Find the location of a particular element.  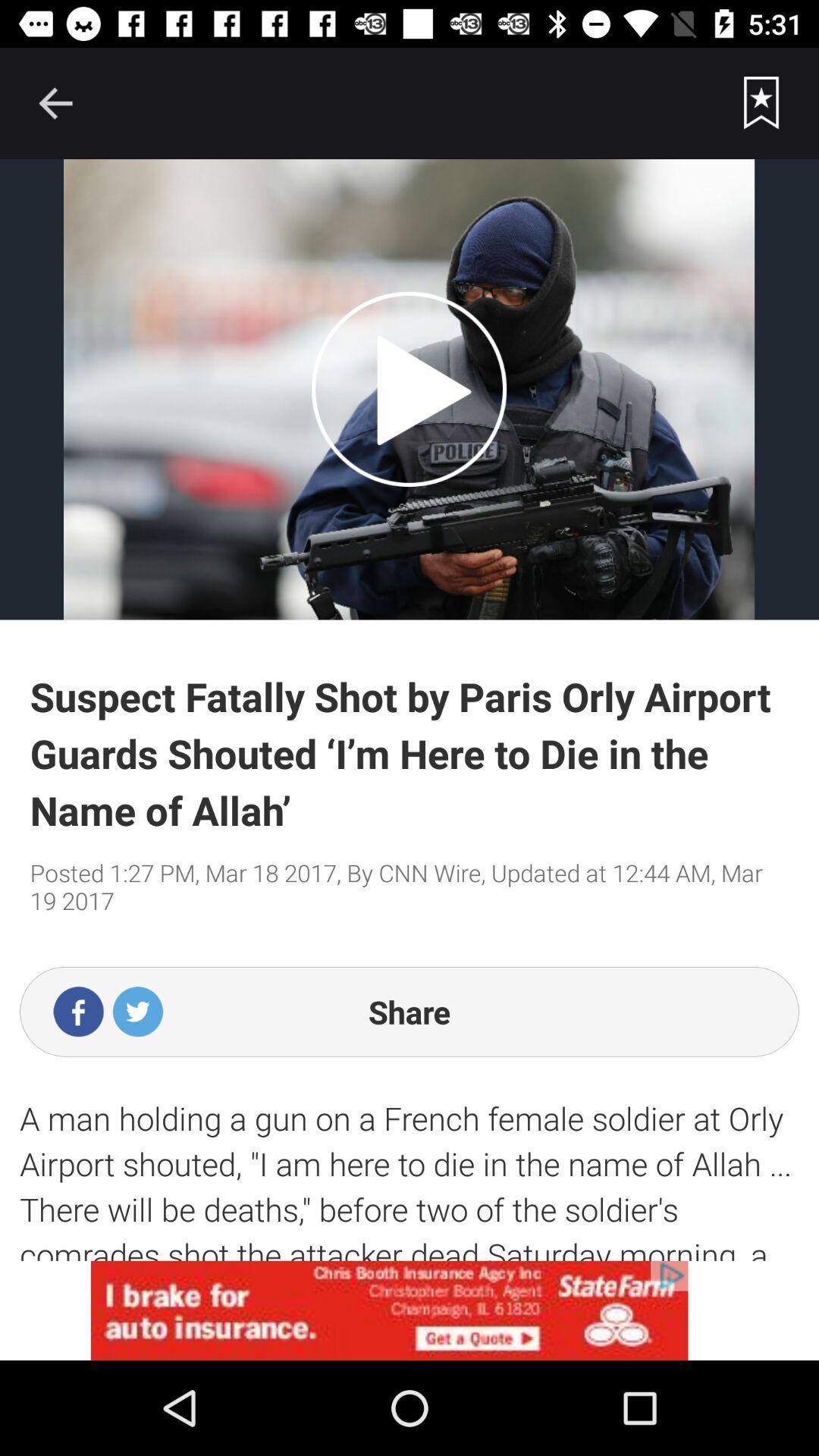

the bookmark icon is located at coordinates (761, 102).